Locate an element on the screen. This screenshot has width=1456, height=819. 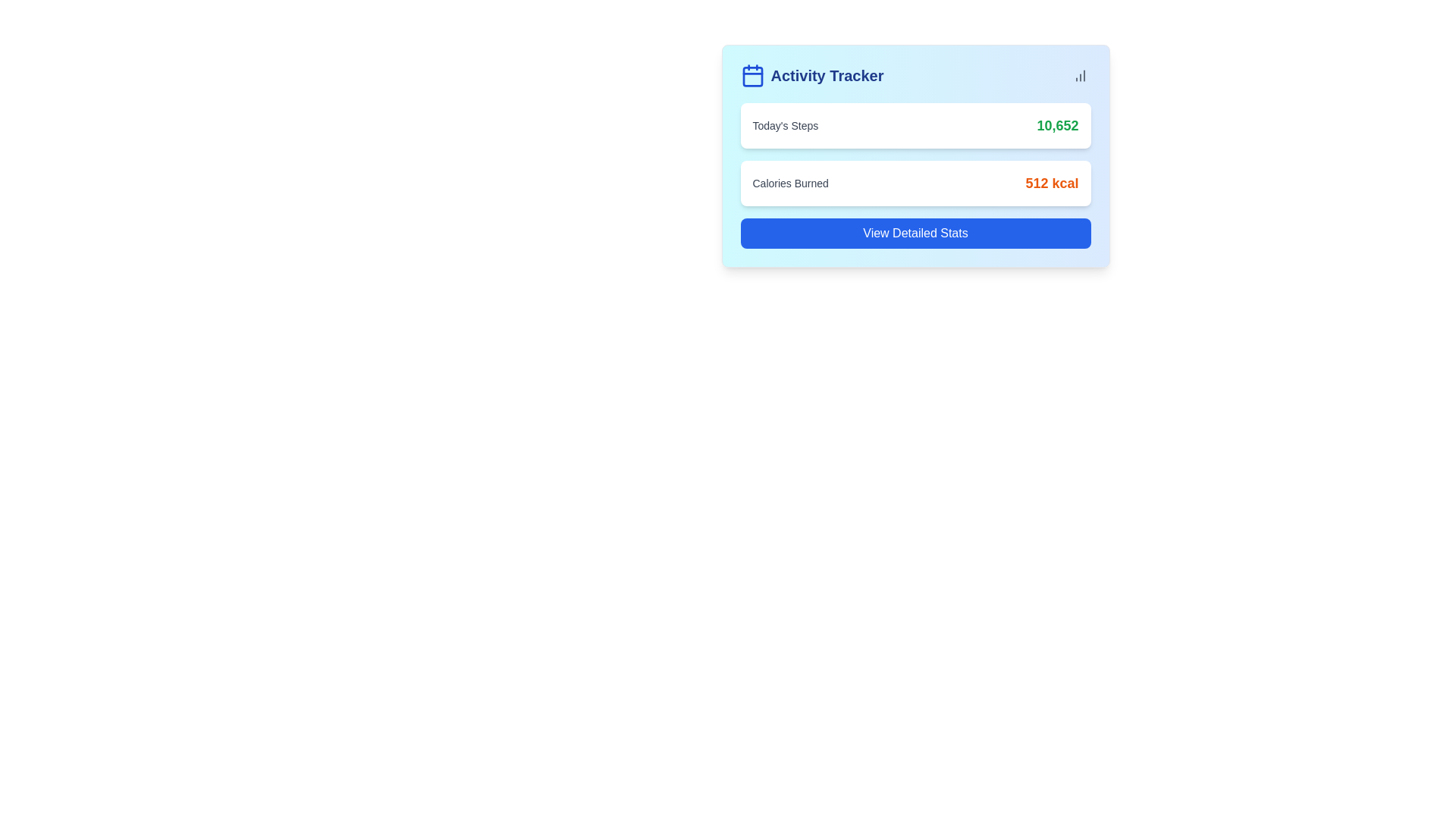
numeric value displayed in the green, bold text label showing '10,652', which is aligned with the 'Today's Steps' label on the left side of the card in the dashboard interface is located at coordinates (1056, 124).